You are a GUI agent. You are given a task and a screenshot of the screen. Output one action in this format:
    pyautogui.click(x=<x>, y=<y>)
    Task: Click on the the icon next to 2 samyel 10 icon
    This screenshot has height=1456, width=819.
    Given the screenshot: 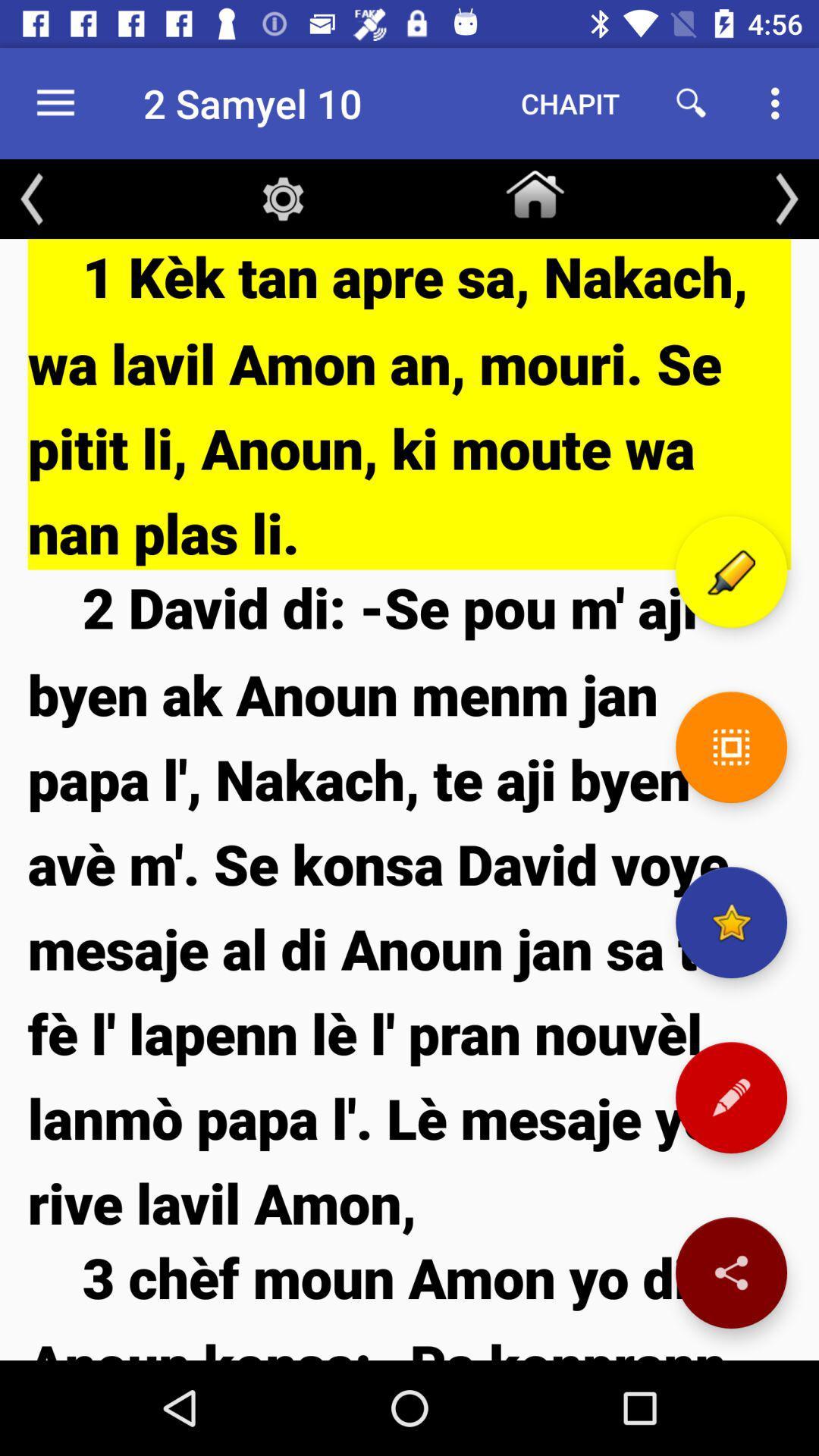 What is the action you would take?
    pyautogui.click(x=55, y=102)
    